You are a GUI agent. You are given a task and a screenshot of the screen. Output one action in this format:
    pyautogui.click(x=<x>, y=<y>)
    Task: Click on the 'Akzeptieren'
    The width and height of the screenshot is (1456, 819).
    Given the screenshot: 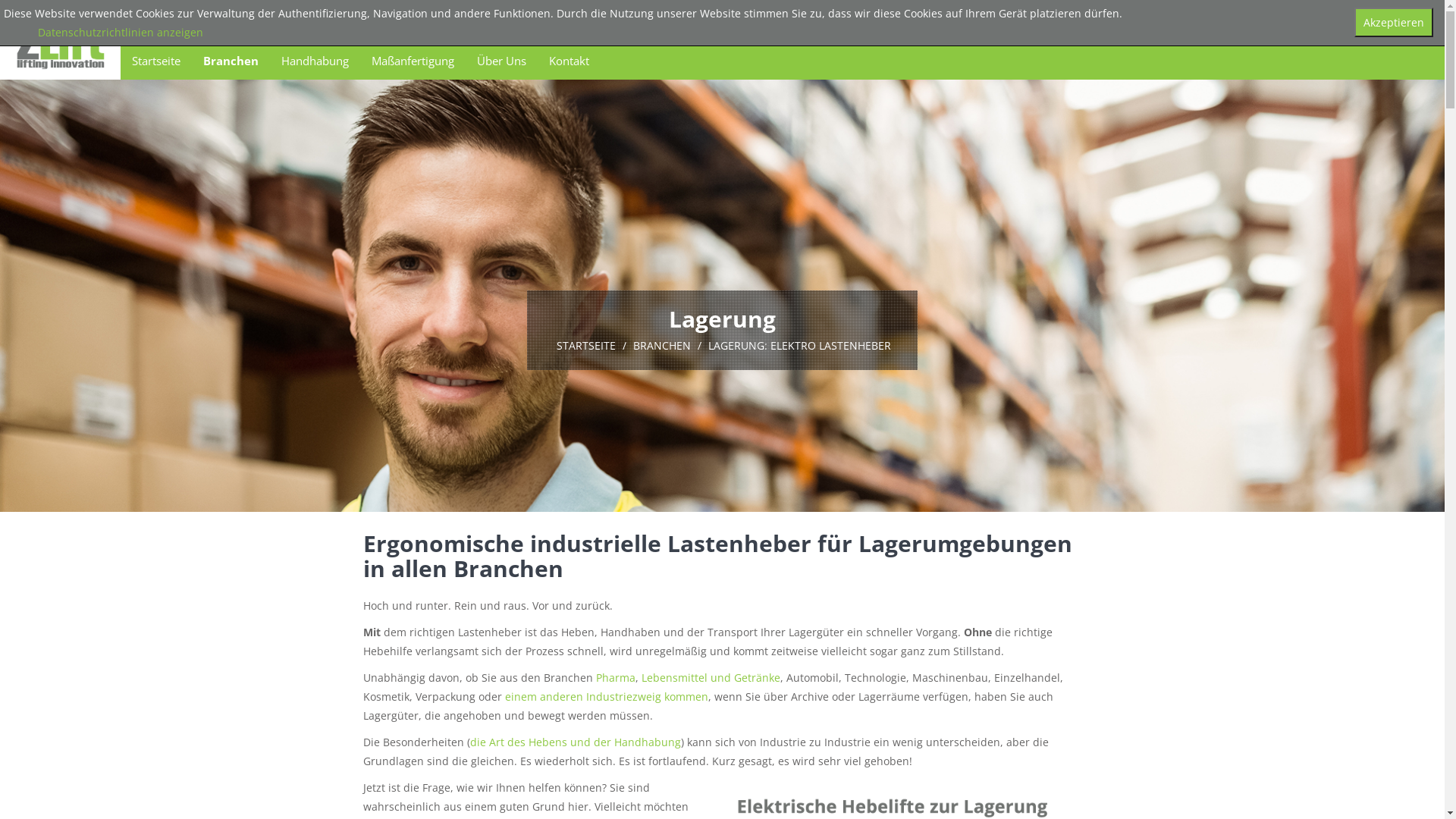 What is the action you would take?
    pyautogui.click(x=1394, y=22)
    